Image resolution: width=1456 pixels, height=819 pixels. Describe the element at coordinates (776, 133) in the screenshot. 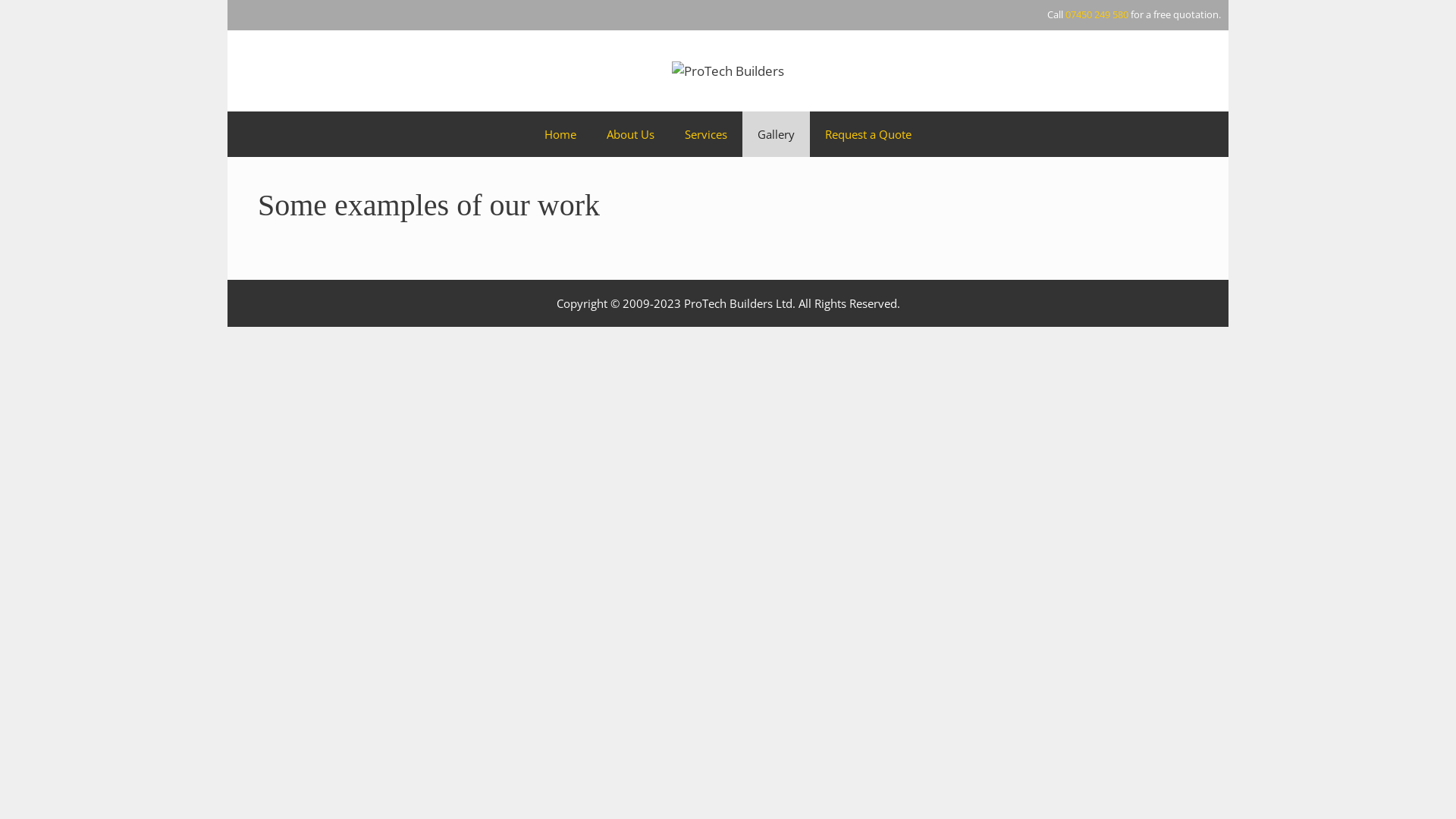

I see `'Gallery'` at that location.